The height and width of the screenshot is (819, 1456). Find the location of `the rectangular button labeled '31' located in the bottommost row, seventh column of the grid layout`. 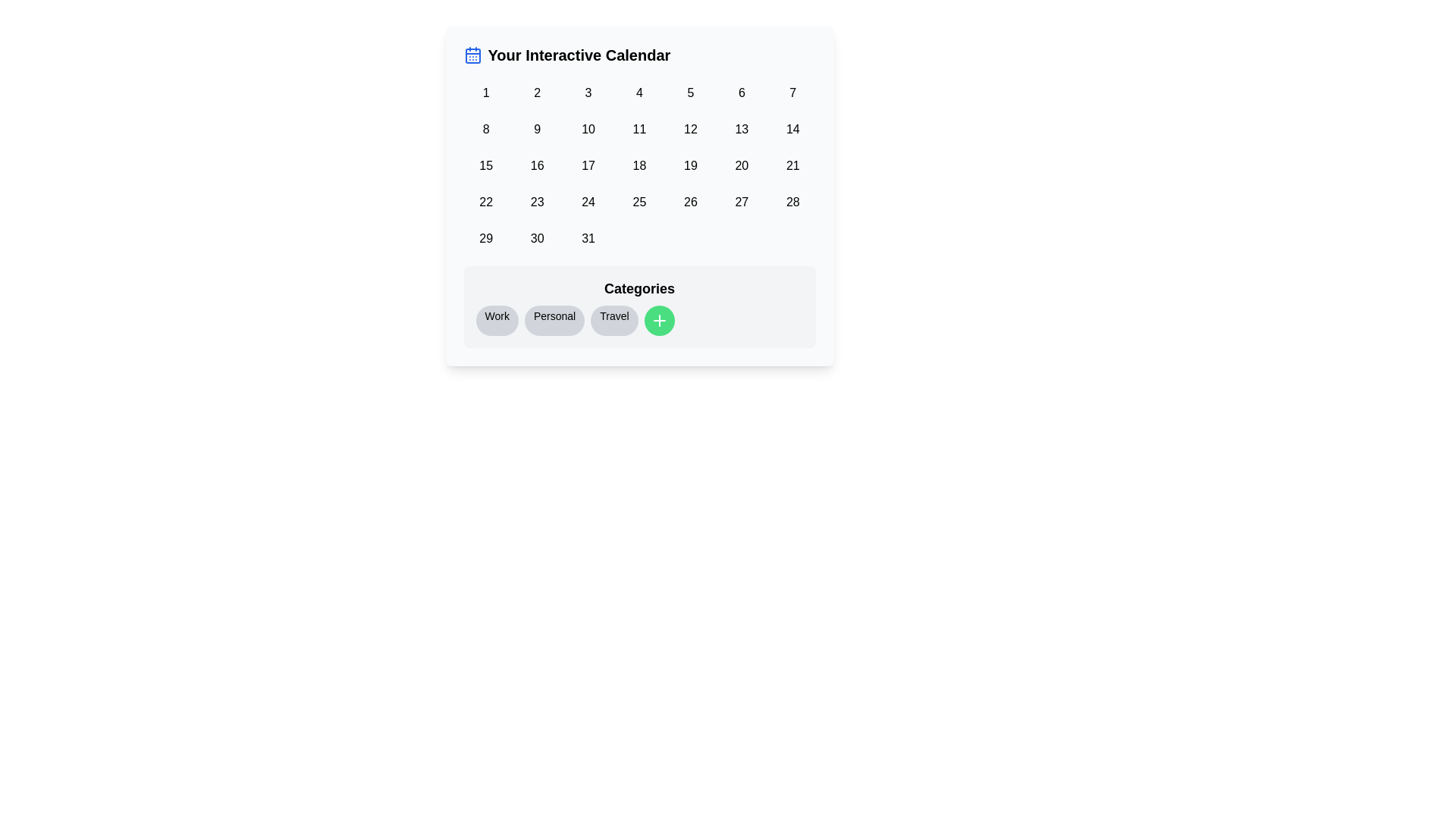

the rectangular button labeled '31' located in the bottommost row, seventh column of the grid layout is located at coordinates (588, 239).